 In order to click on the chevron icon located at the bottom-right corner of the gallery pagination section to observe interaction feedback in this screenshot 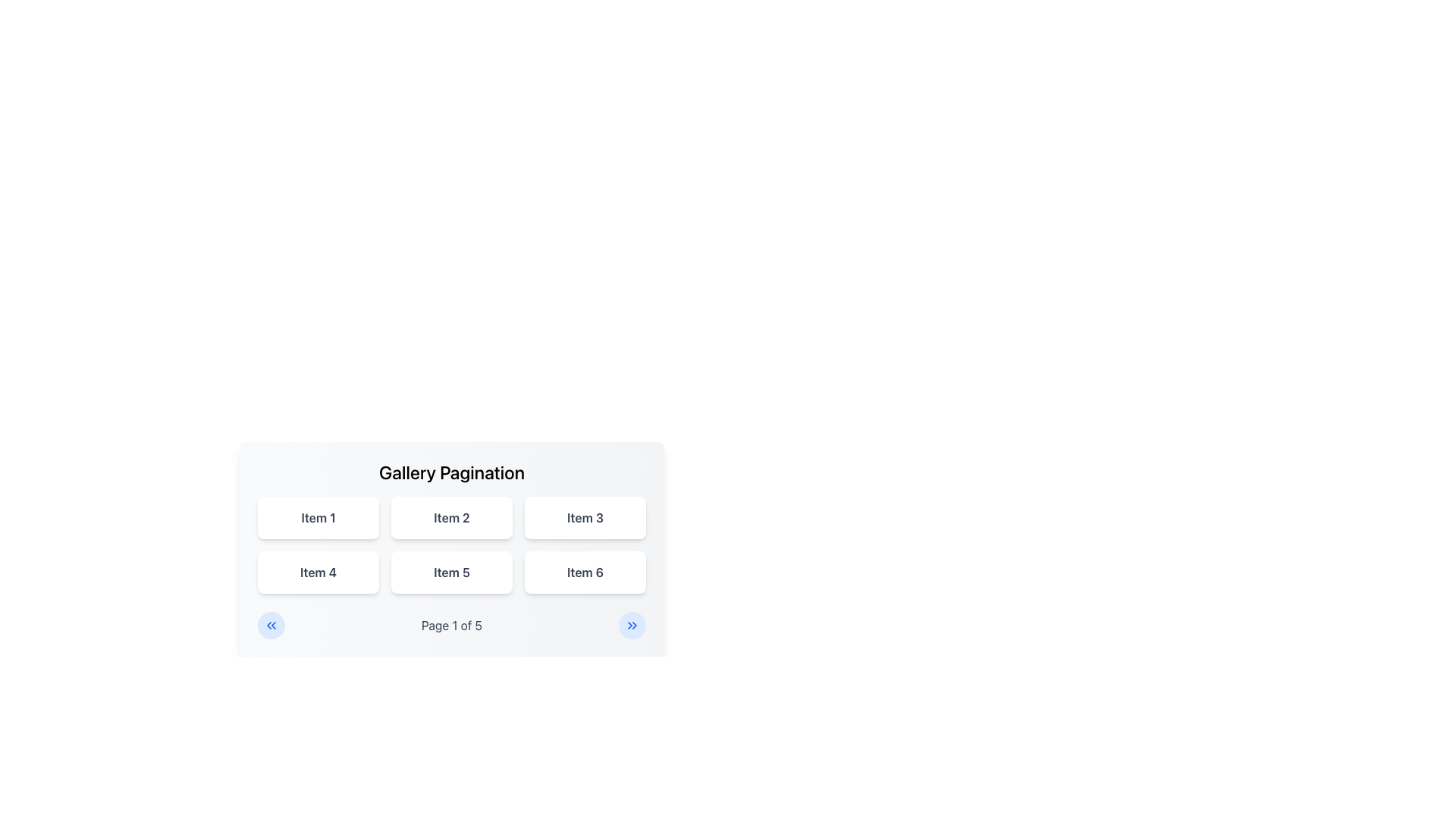, I will do `click(632, 626)`.